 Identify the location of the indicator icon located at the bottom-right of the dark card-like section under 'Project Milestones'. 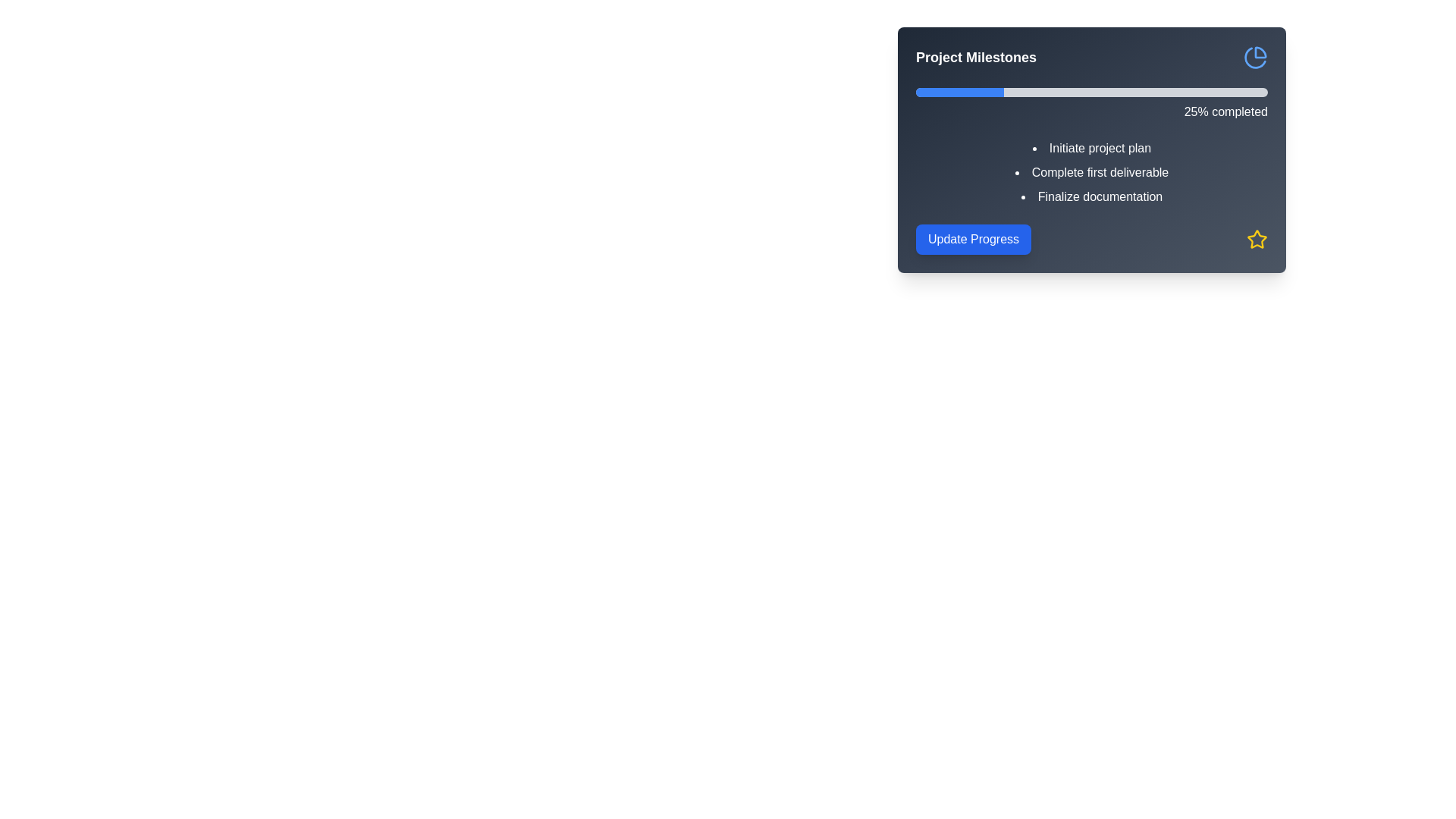
(1257, 239).